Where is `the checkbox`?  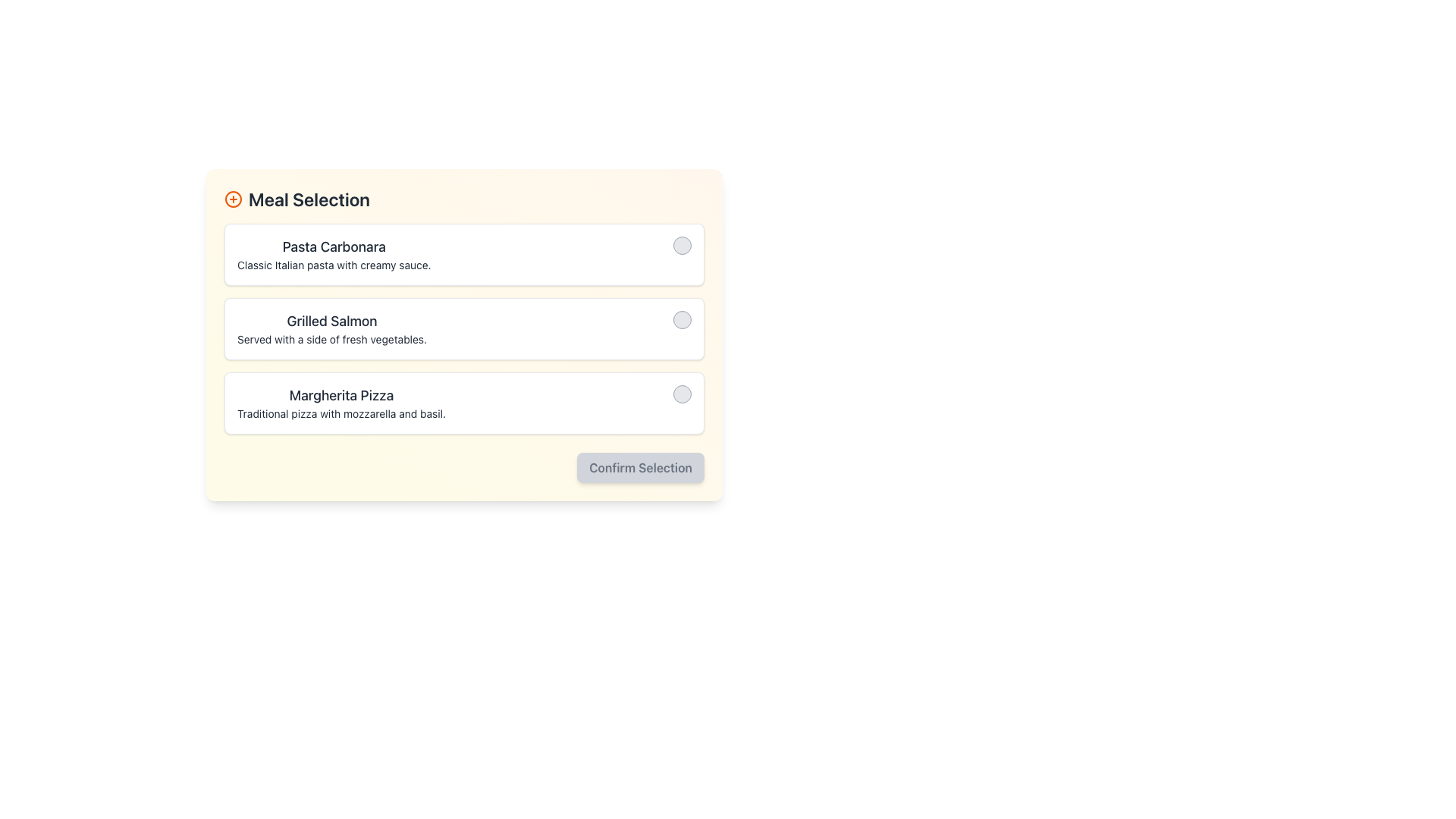
the checkbox is located at coordinates (682, 394).